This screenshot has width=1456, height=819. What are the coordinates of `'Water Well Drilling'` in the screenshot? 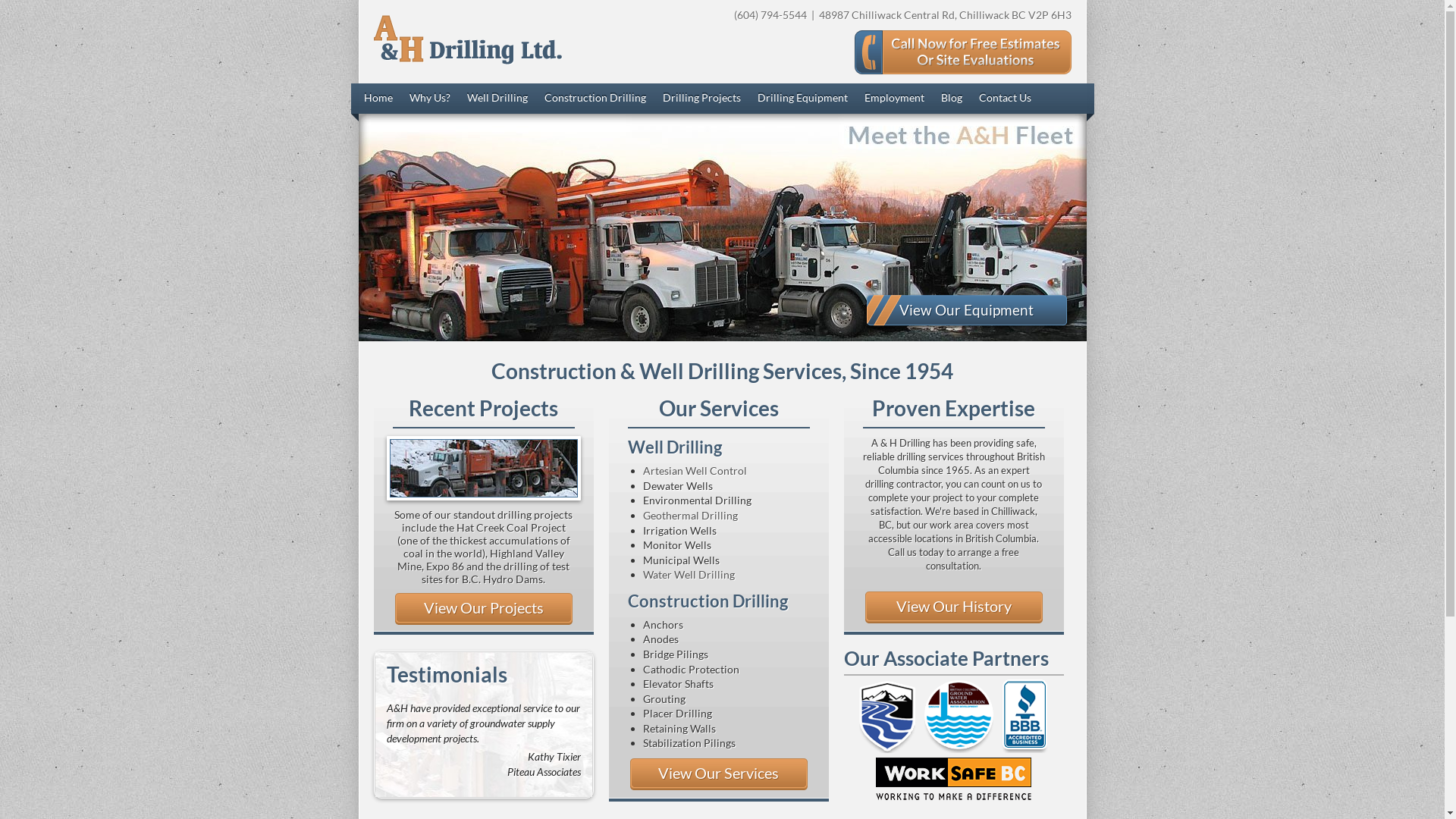 It's located at (688, 574).